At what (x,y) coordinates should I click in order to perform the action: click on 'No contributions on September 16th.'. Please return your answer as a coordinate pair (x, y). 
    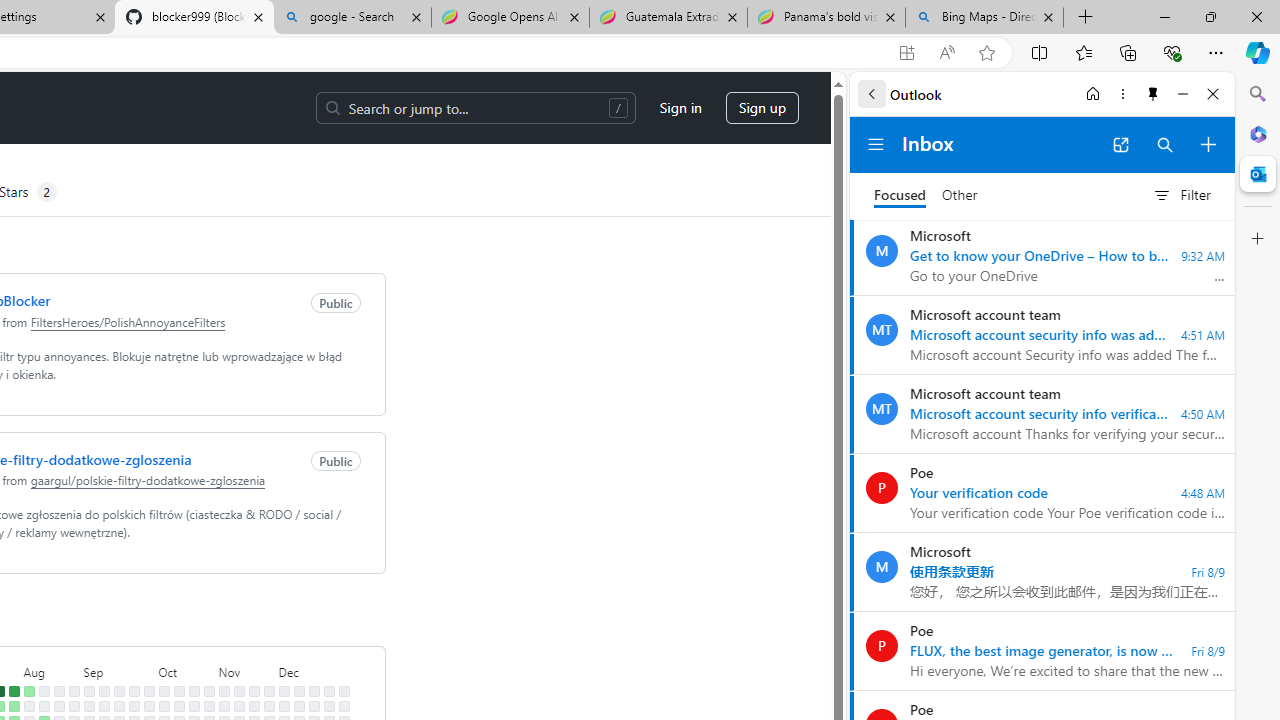
    Looking at the image, I should click on (118, 705).